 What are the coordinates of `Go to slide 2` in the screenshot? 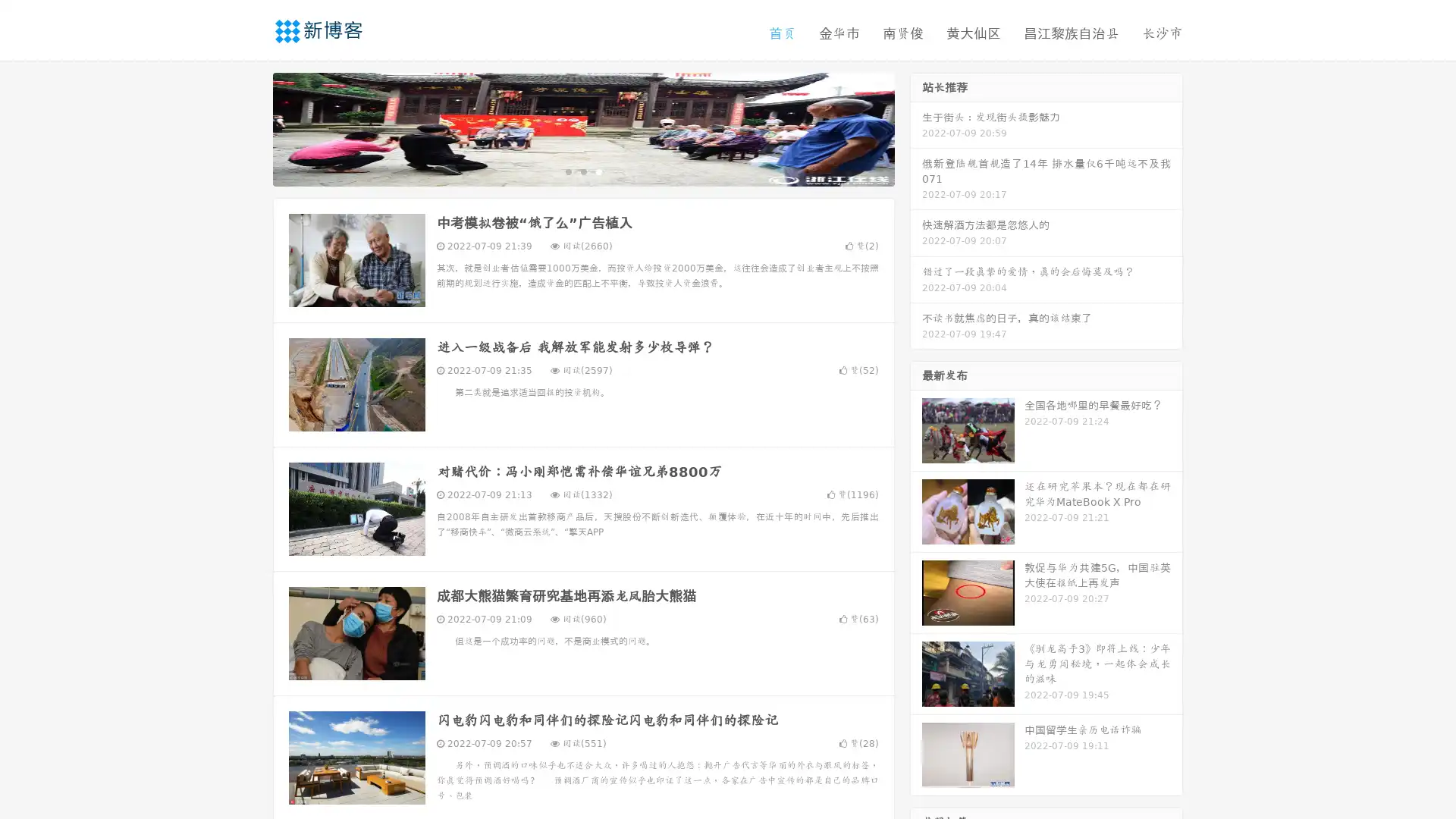 It's located at (582, 171).